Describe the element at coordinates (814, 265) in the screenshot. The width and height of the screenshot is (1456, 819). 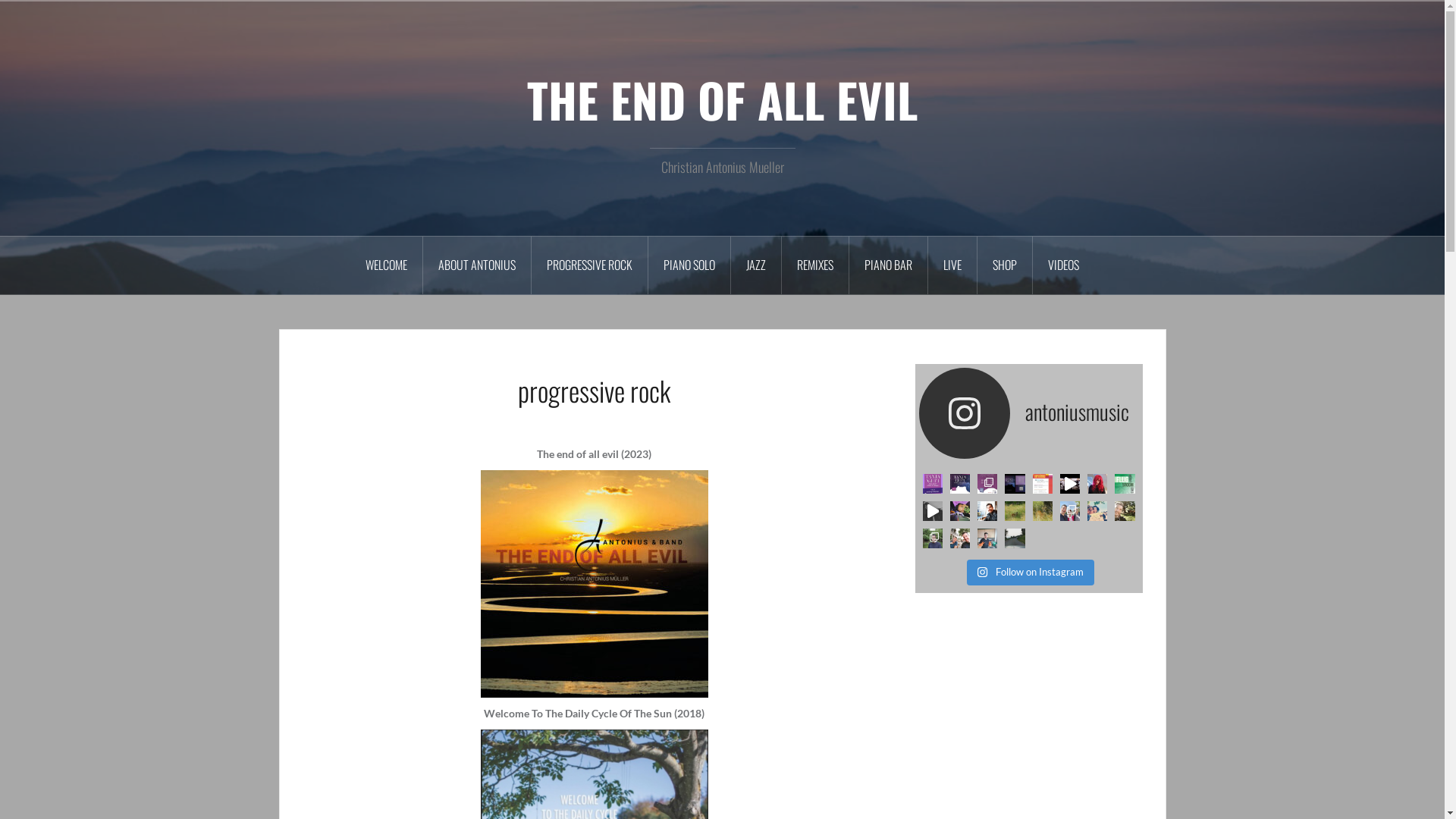
I see `'REMIXES'` at that location.